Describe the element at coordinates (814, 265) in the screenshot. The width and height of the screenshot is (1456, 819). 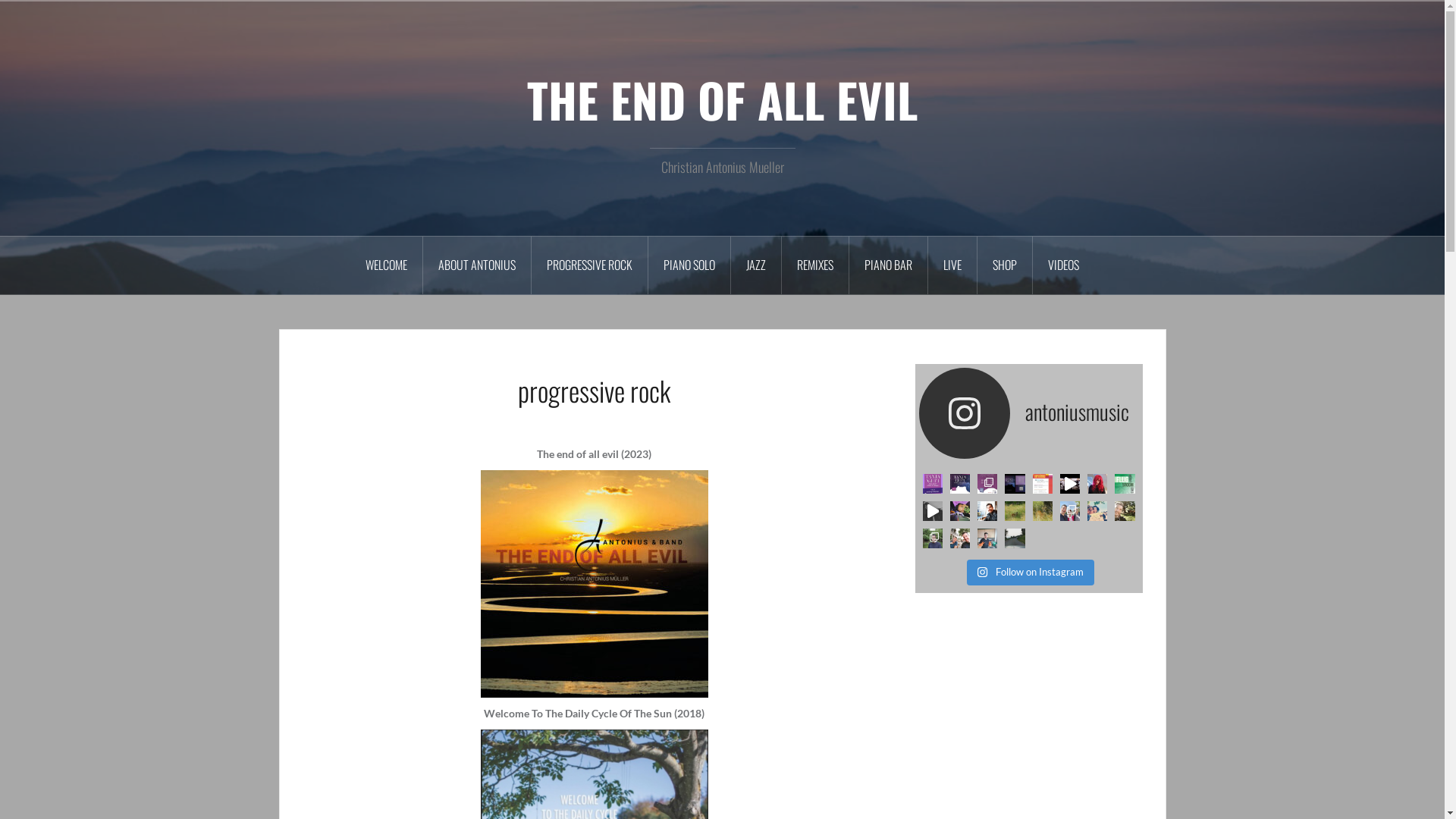
I see `'REMIXES'` at that location.